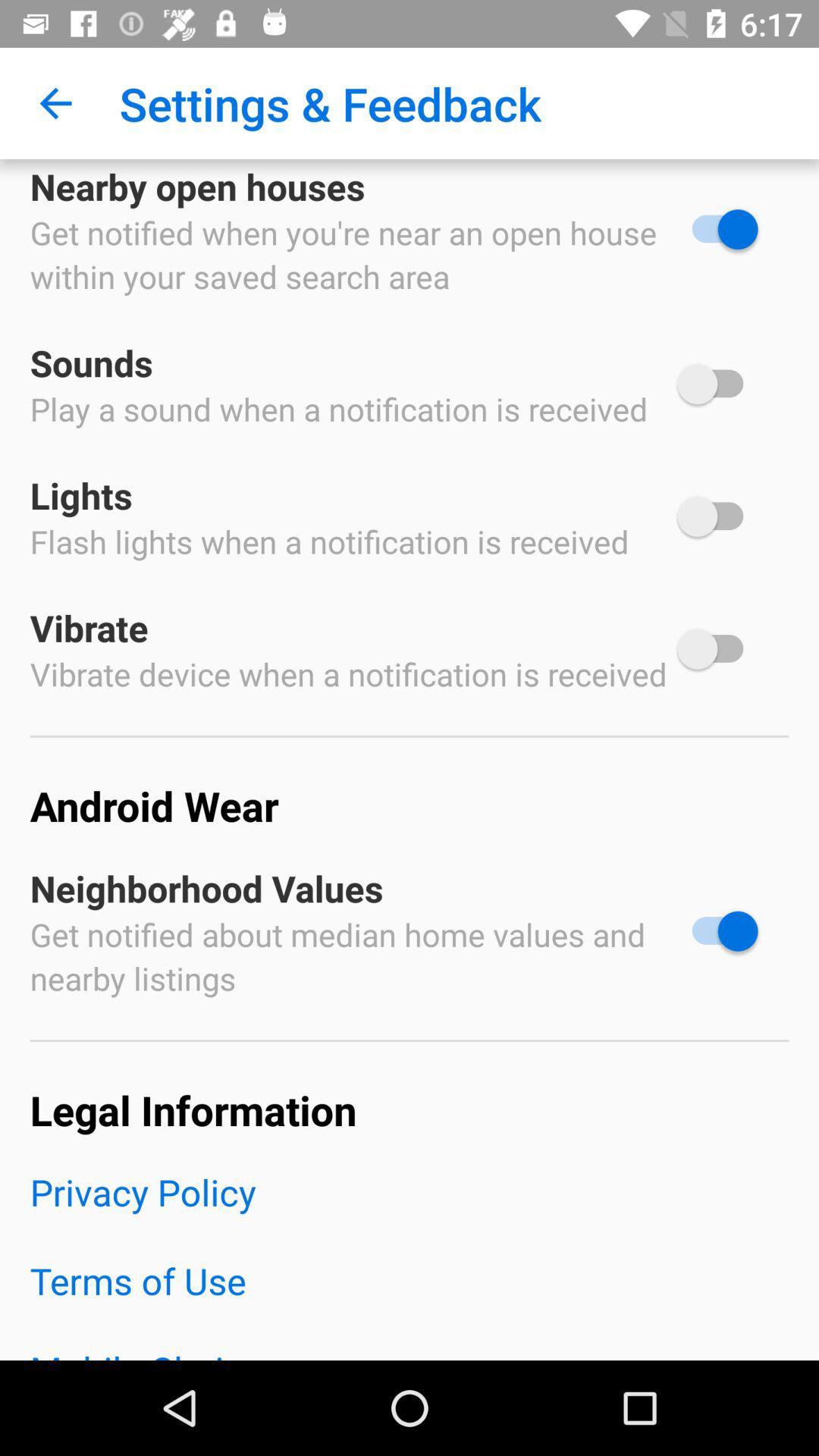  What do you see at coordinates (717, 930) in the screenshot?
I see `deactivate this` at bounding box center [717, 930].